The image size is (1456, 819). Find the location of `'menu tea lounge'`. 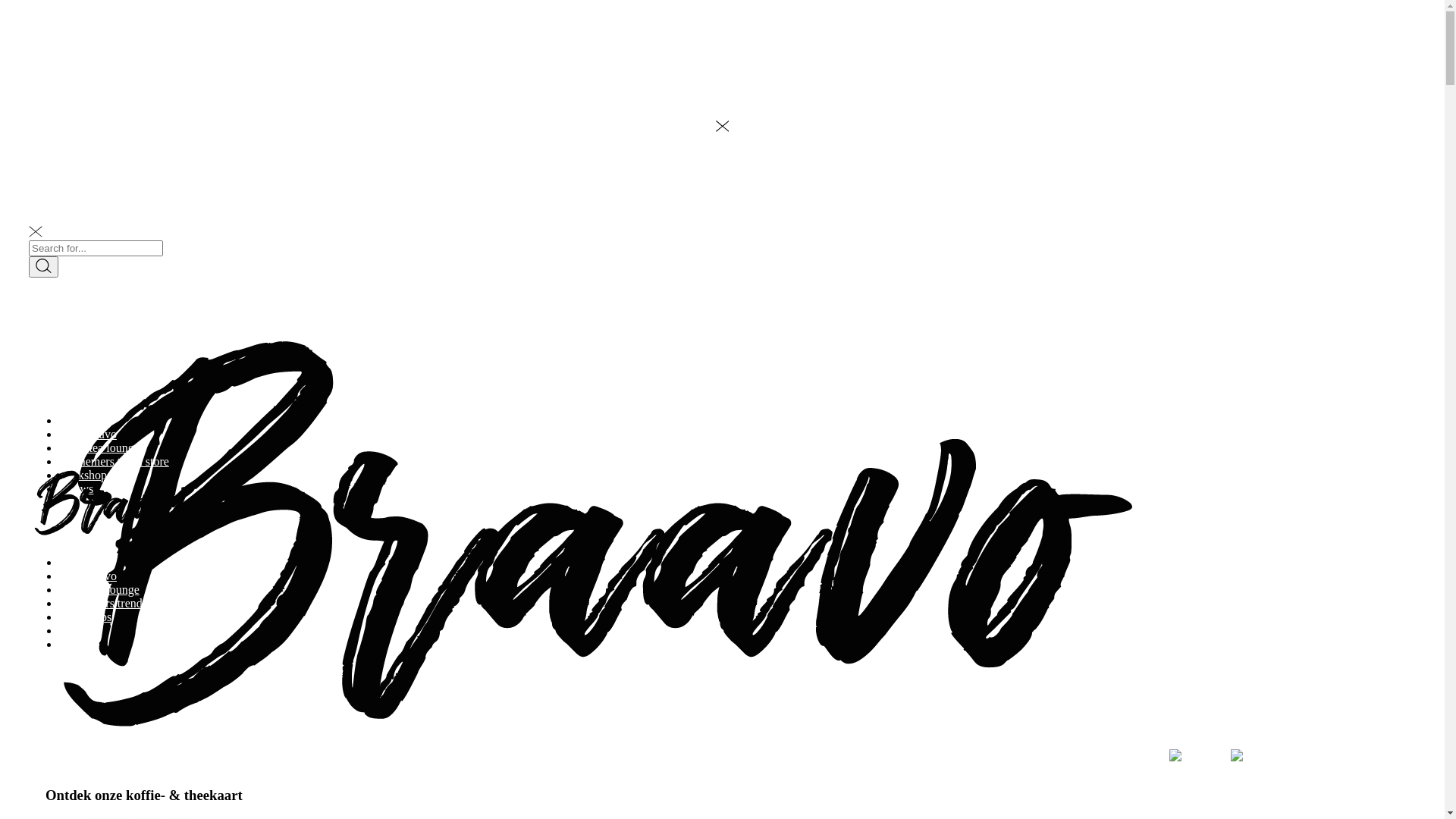

'menu tea lounge' is located at coordinates (58, 447).